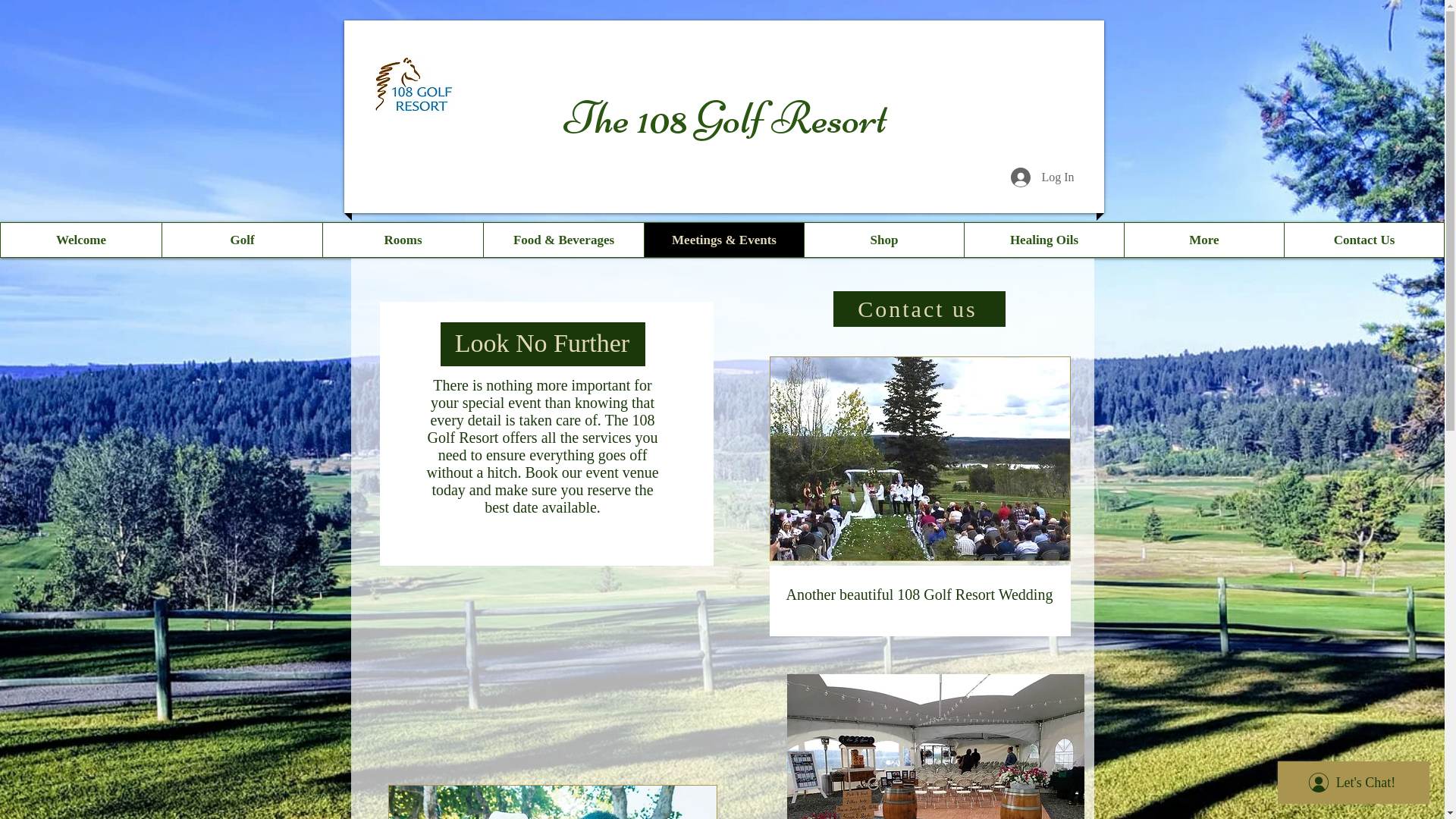 The image size is (1456, 819). Describe the element at coordinates (563, 239) in the screenshot. I see `'Food & Beverages'` at that location.